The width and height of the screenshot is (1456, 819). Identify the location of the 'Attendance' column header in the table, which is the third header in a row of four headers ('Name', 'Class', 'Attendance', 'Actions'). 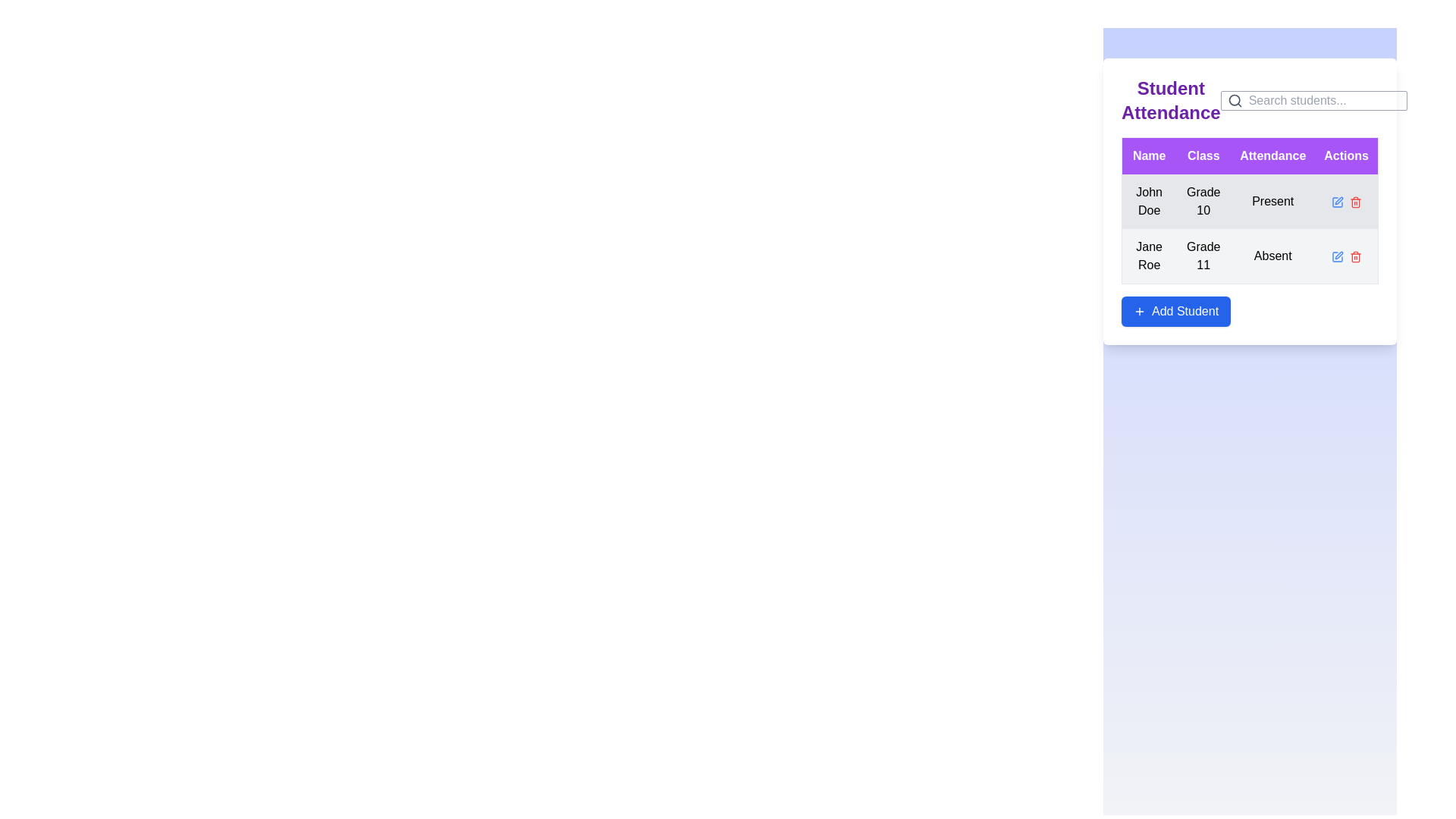
(1272, 155).